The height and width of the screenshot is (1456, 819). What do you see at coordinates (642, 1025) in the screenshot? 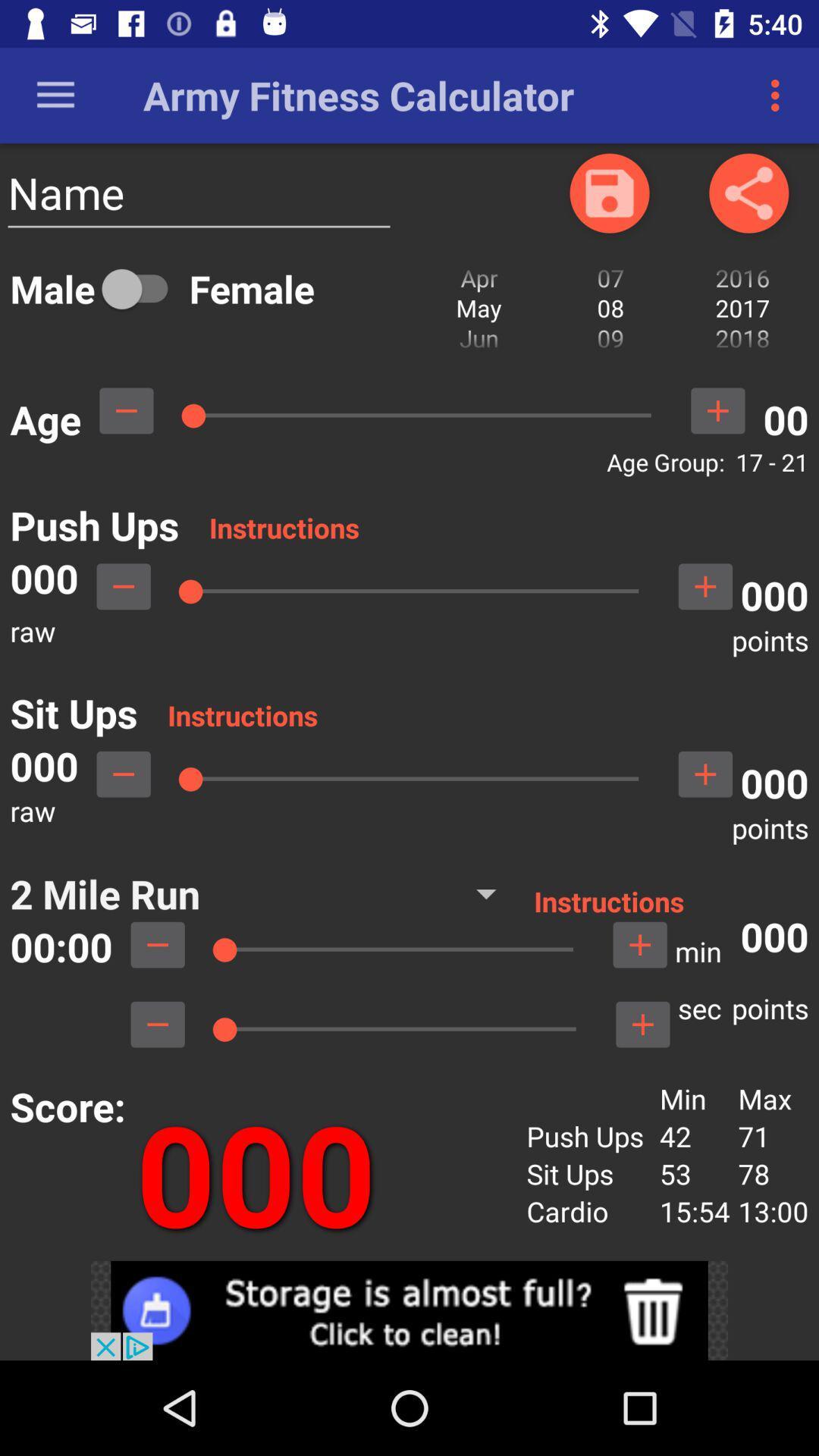
I see `the add icon` at bounding box center [642, 1025].